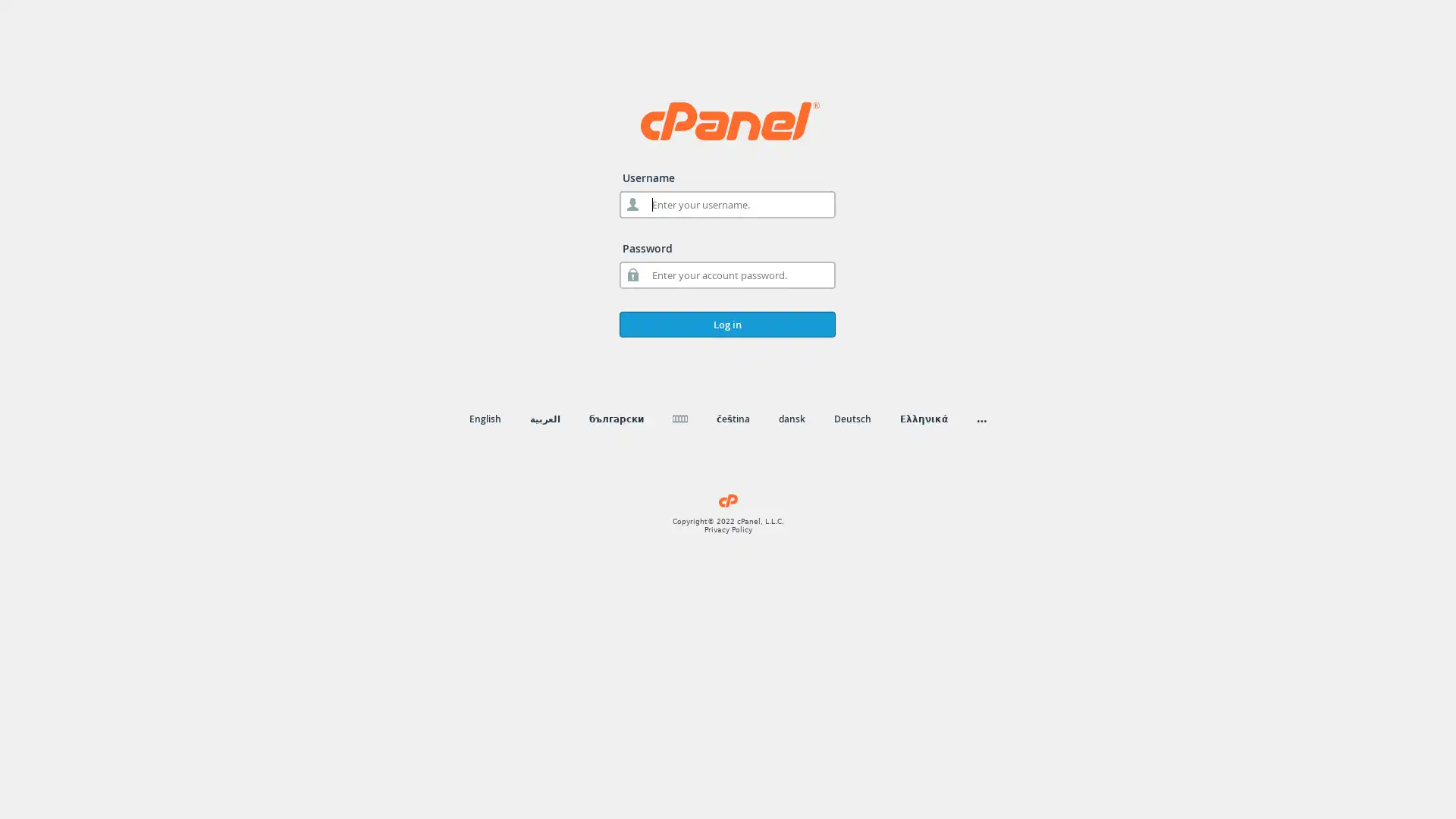 Image resolution: width=1456 pixels, height=819 pixels. What do you see at coordinates (726, 324) in the screenshot?
I see `Log in` at bounding box center [726, 324].